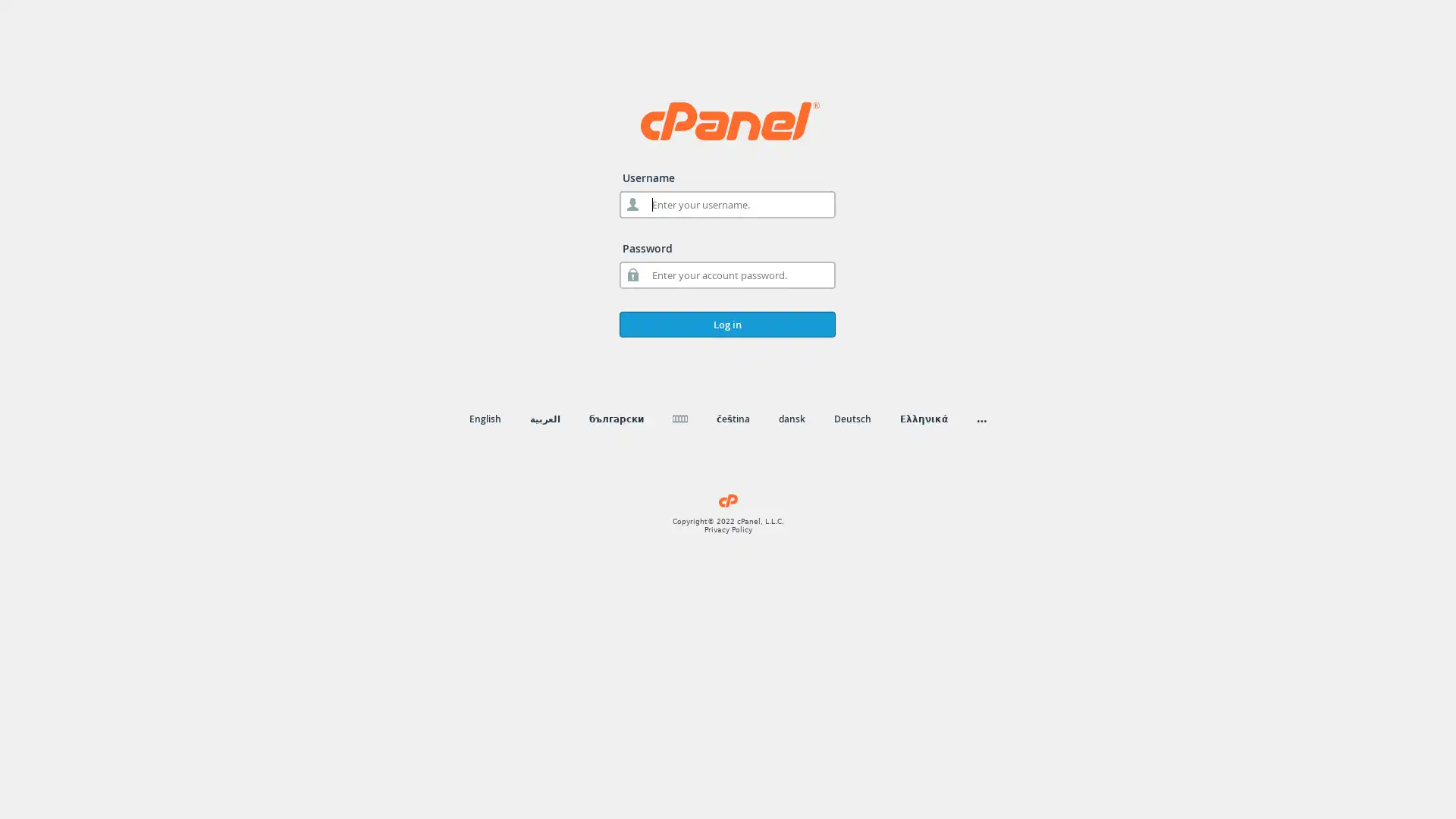 Image resolution: width=1456 pixels, height=819 pixels. What do you see at coordinates (726, 324) in the screenshot?
I see `Log in` at bounding box center [726, 324].